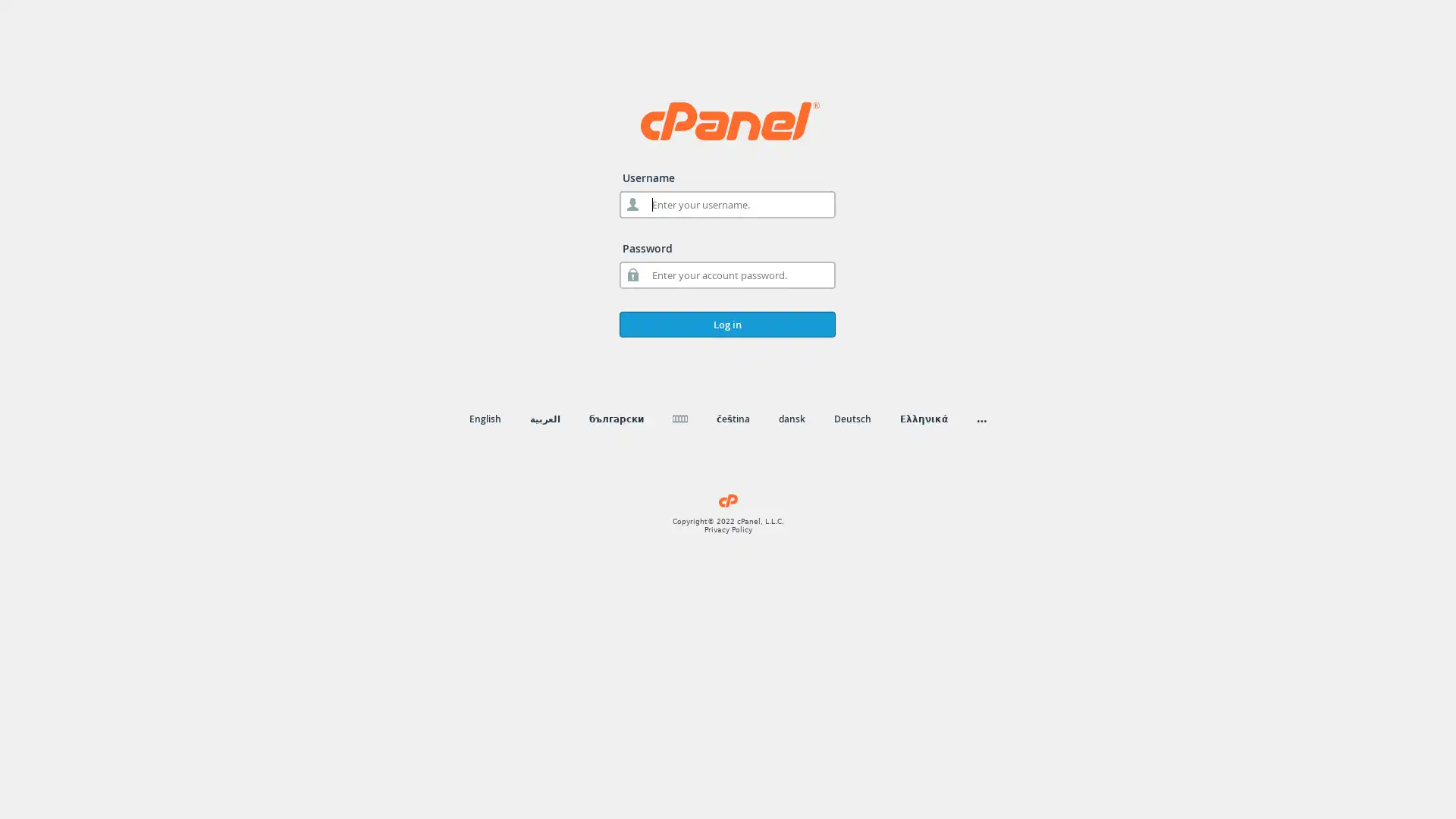 Image resolution: width=1456 pixels, height=819 pixels. What do you see at coordinates (726, 324) in the screenshot?
I see `Log in` at bounding box center [726, 324].